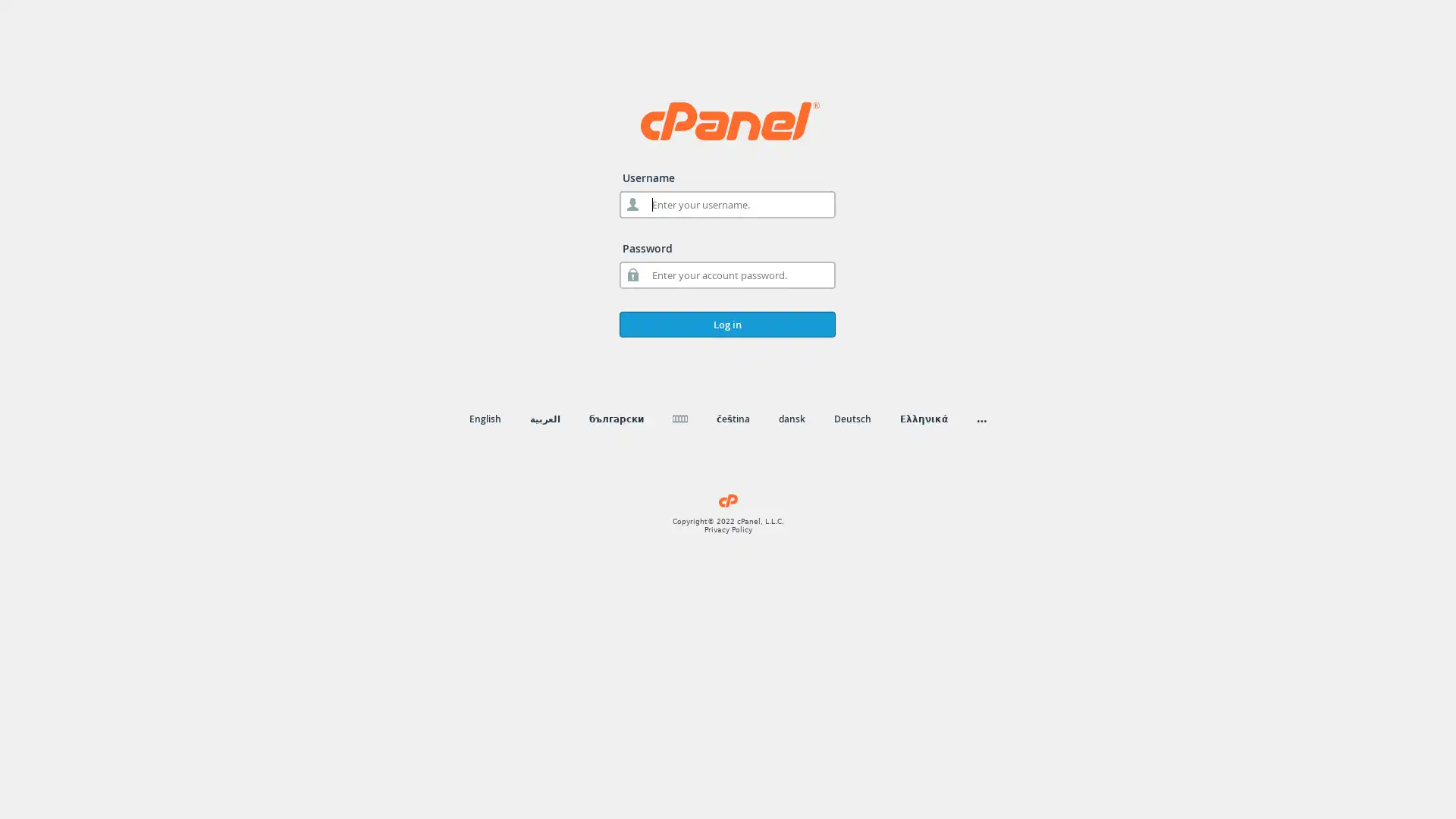 Image resolution: width=1456 pixels, height=819 pixels. What do you see at coordinates (726, 324) in the screenshot?
I see `Log in` at bounding box center [726, 324].